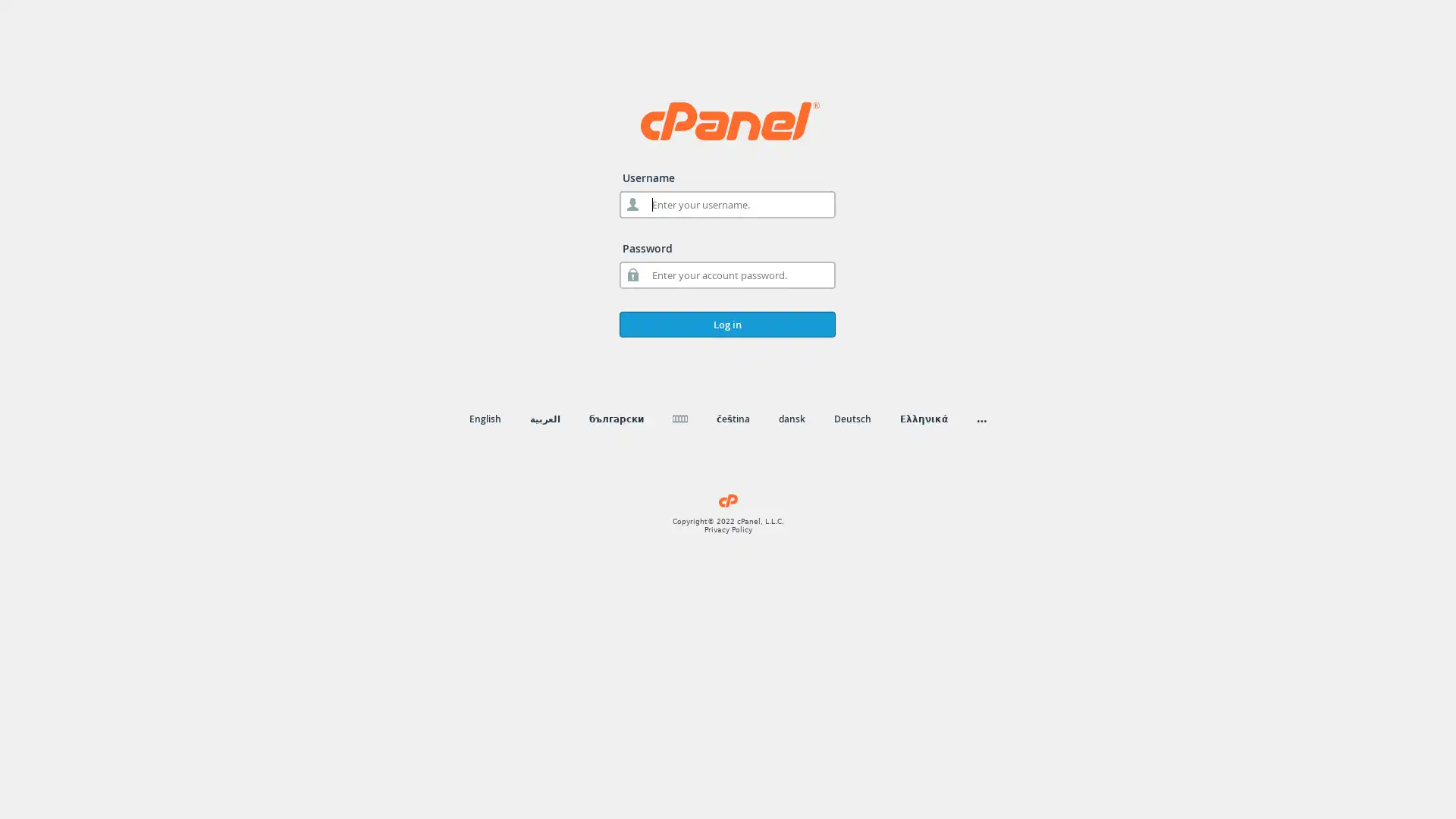 Image resolution: width=1456 pixels, height=819 pixels. What do you see at coordinates (726, 324) in the screenshot?
I see `Log in` at bounding box center [726, 324].